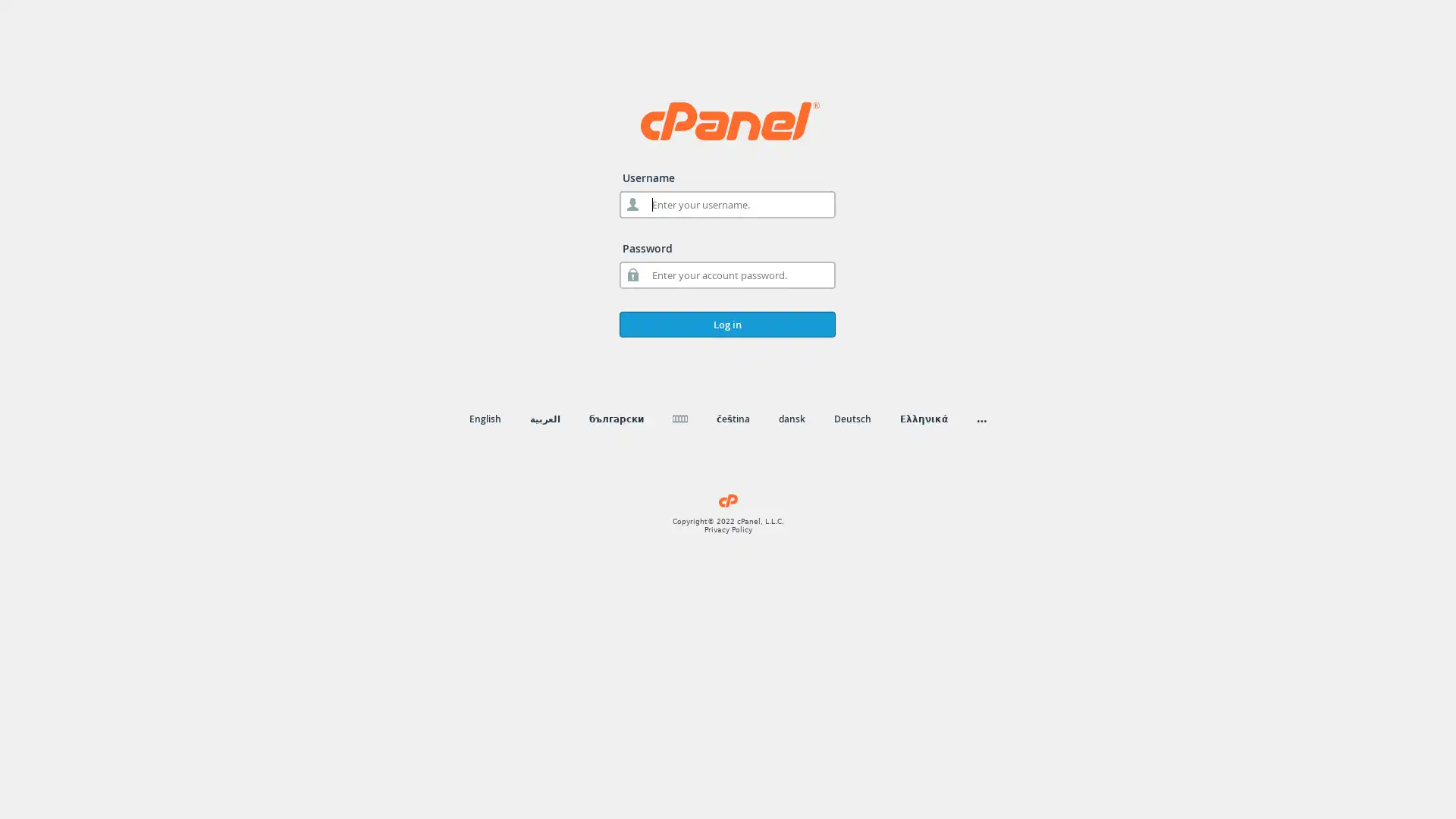 Image resolution: width=1456 pixels, height=819 pixels. What do you see at coordinates (726, 324) in the screenshot?
I see `Log in` at bounding box center [726, 324].